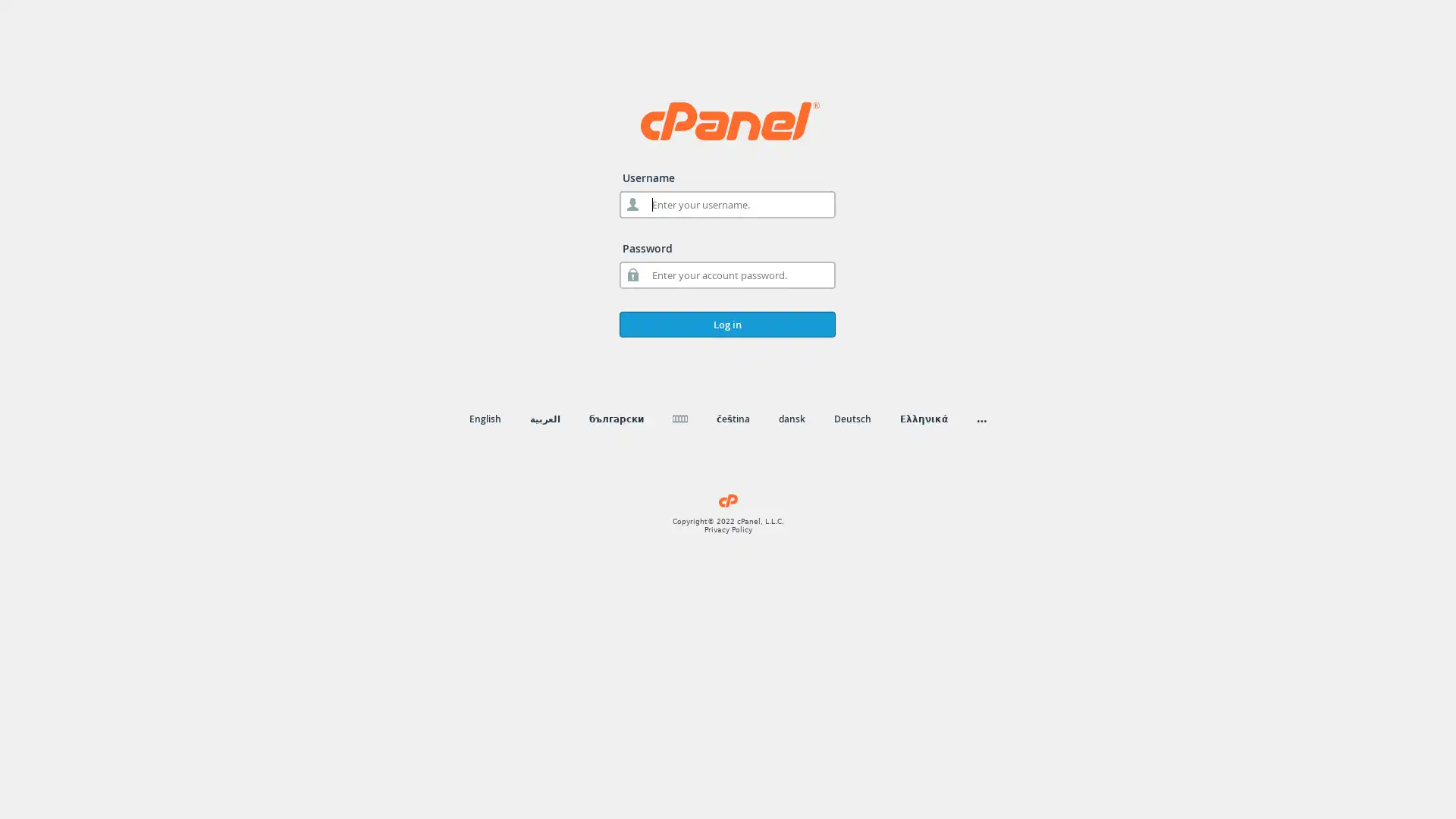 Image resolution: width=1456 pixels, height=819 pixels. What do you see at coordinates (726, 324) in the screenshot?
I see `Log in` at bounding box center [726, 324].